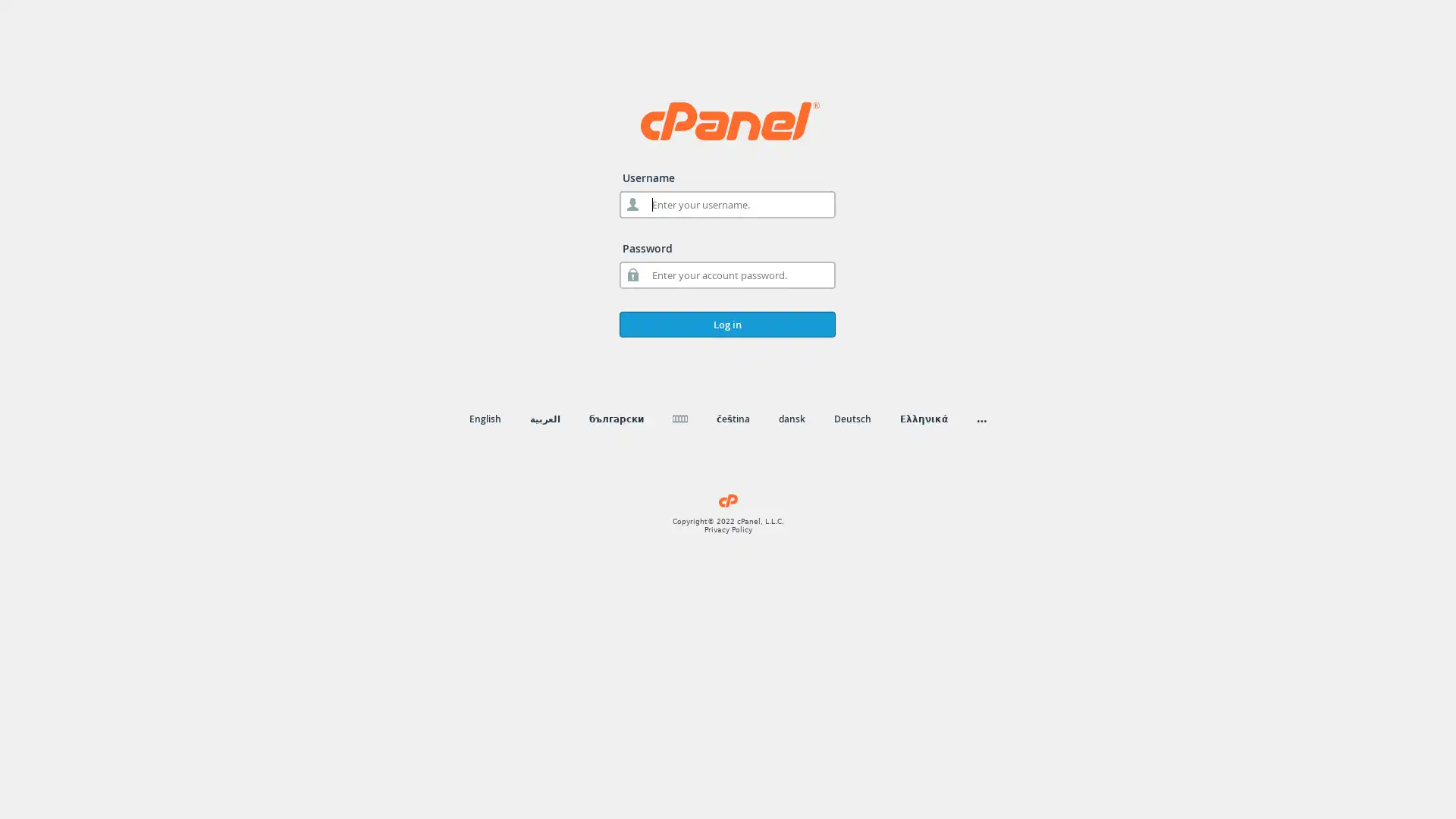 Image resolution: width=1456 pixels, height=819 pixels. What do you see at coordinates (726, 324) in the screenshot?
I see `Log in` at bounding box center [726, 324].